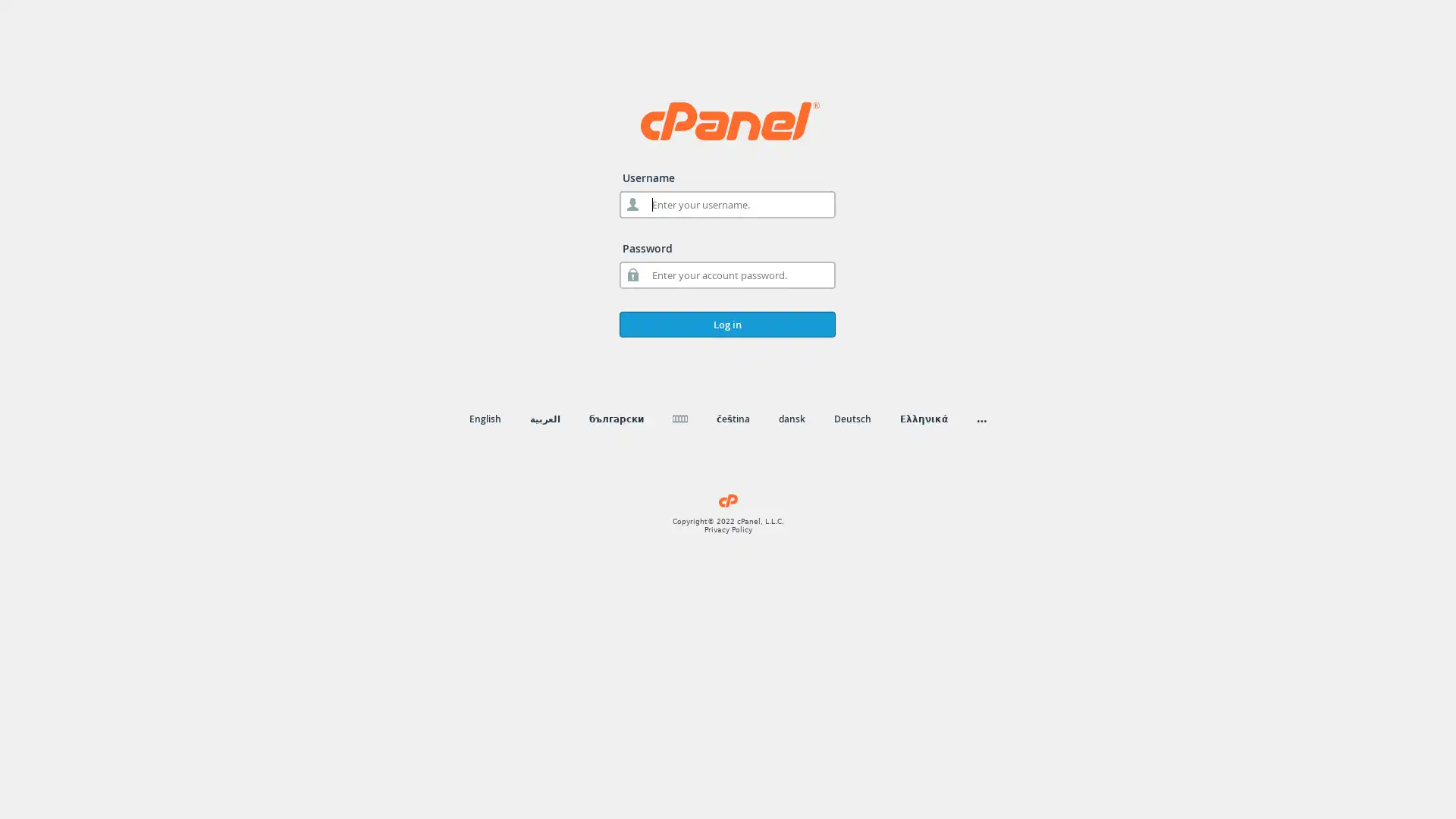 Image resolution: width=1456 pixels, height=819 pixels. What do you see at coordinates (726, 324) in the screenshot?
I see `Log in` at bounding box center [726, 324].